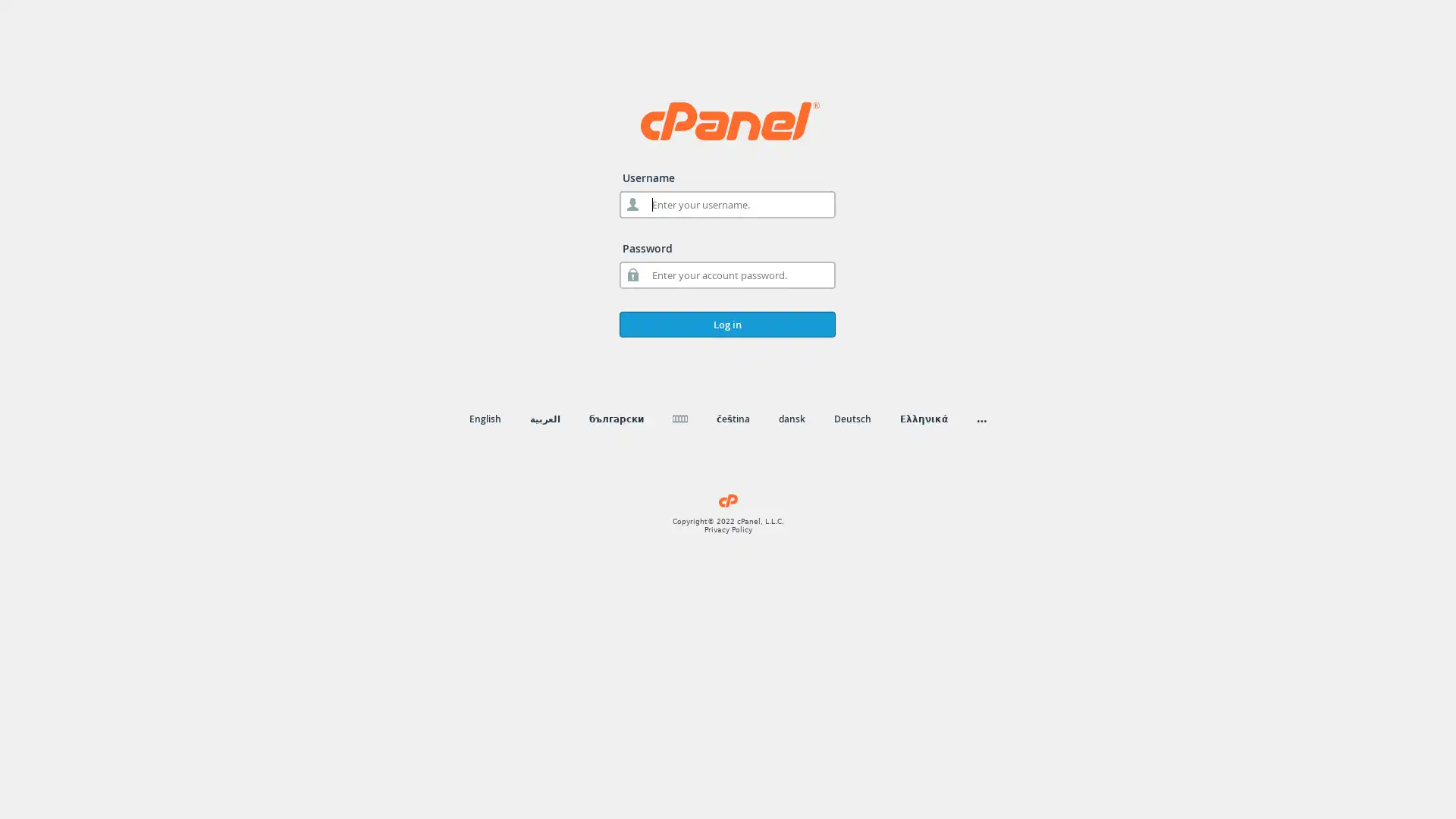 Image resolution: width=1456 pixels, height=819 pixels. What do you see at coordinates (726, 324) in the screenshot?
I see `Log in` at bounding box center [726, 324].